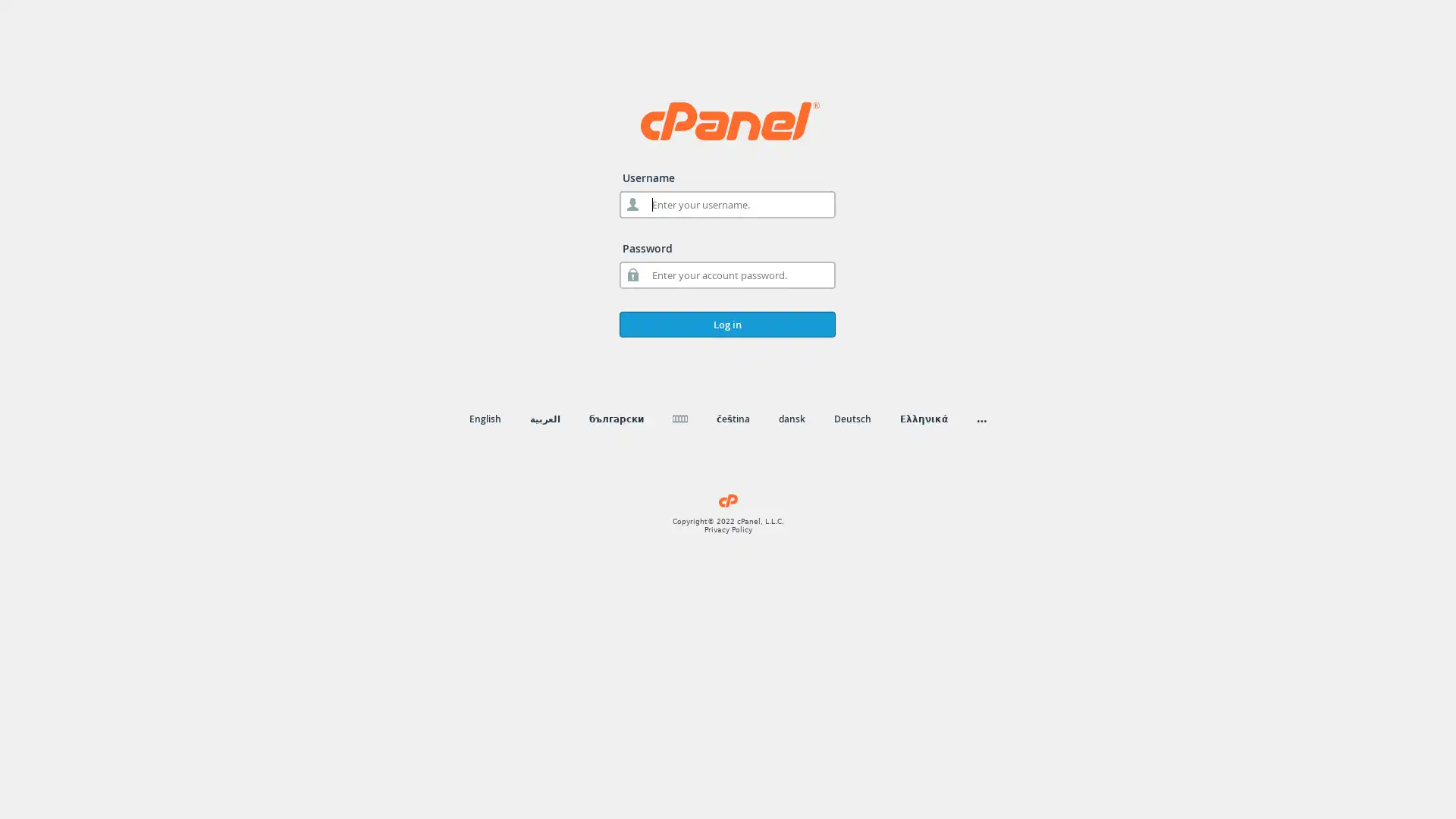 Image resolution: width=1456 pixels, height=819 pixels. What do you see at coordinates (726, 324) in the screenshot?
I see `Log in` at bounding box center [726, 324].